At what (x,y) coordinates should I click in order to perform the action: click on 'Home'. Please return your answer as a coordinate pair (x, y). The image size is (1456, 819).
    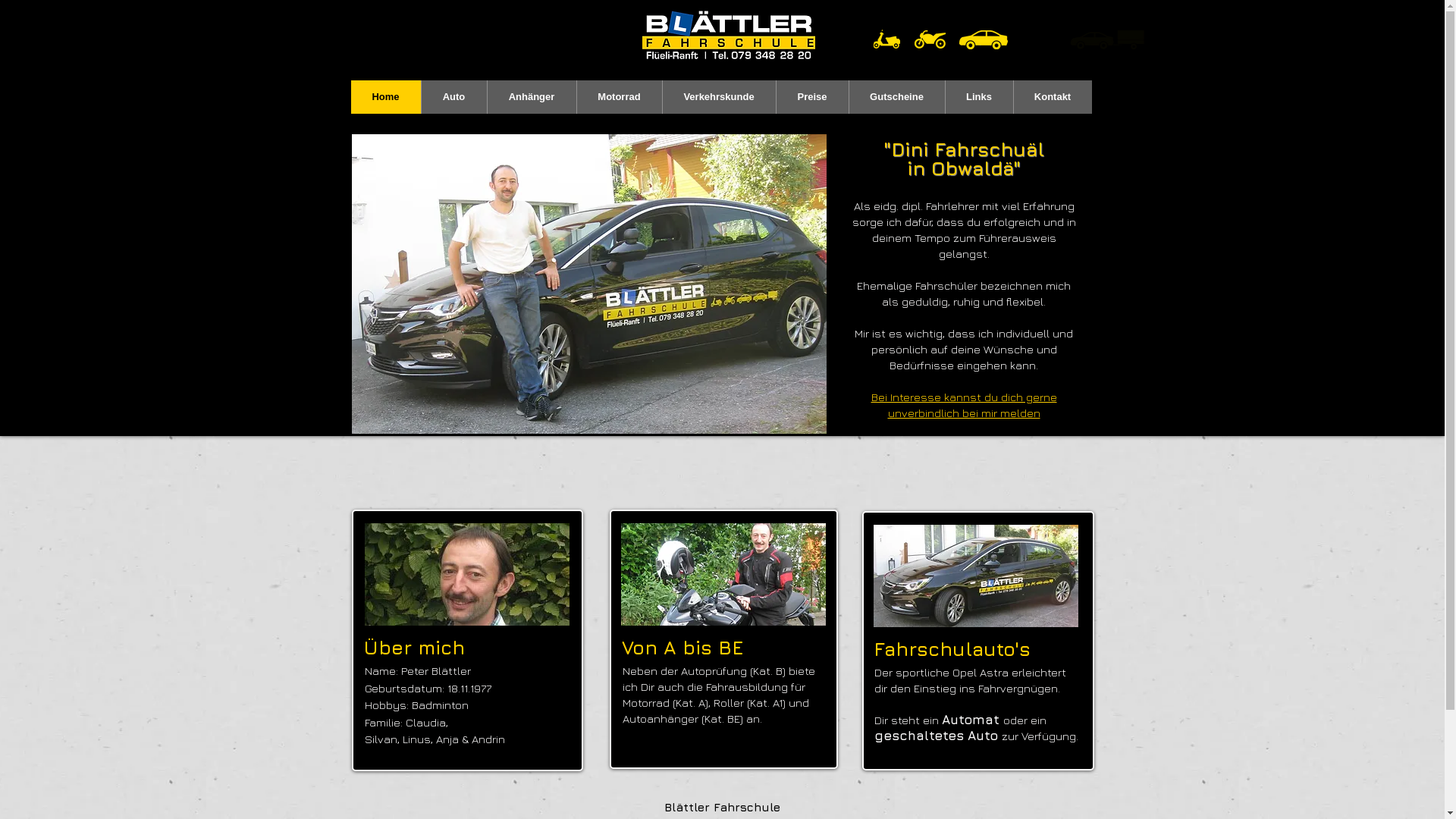
    Looking at the image, I should click on (385, 96).